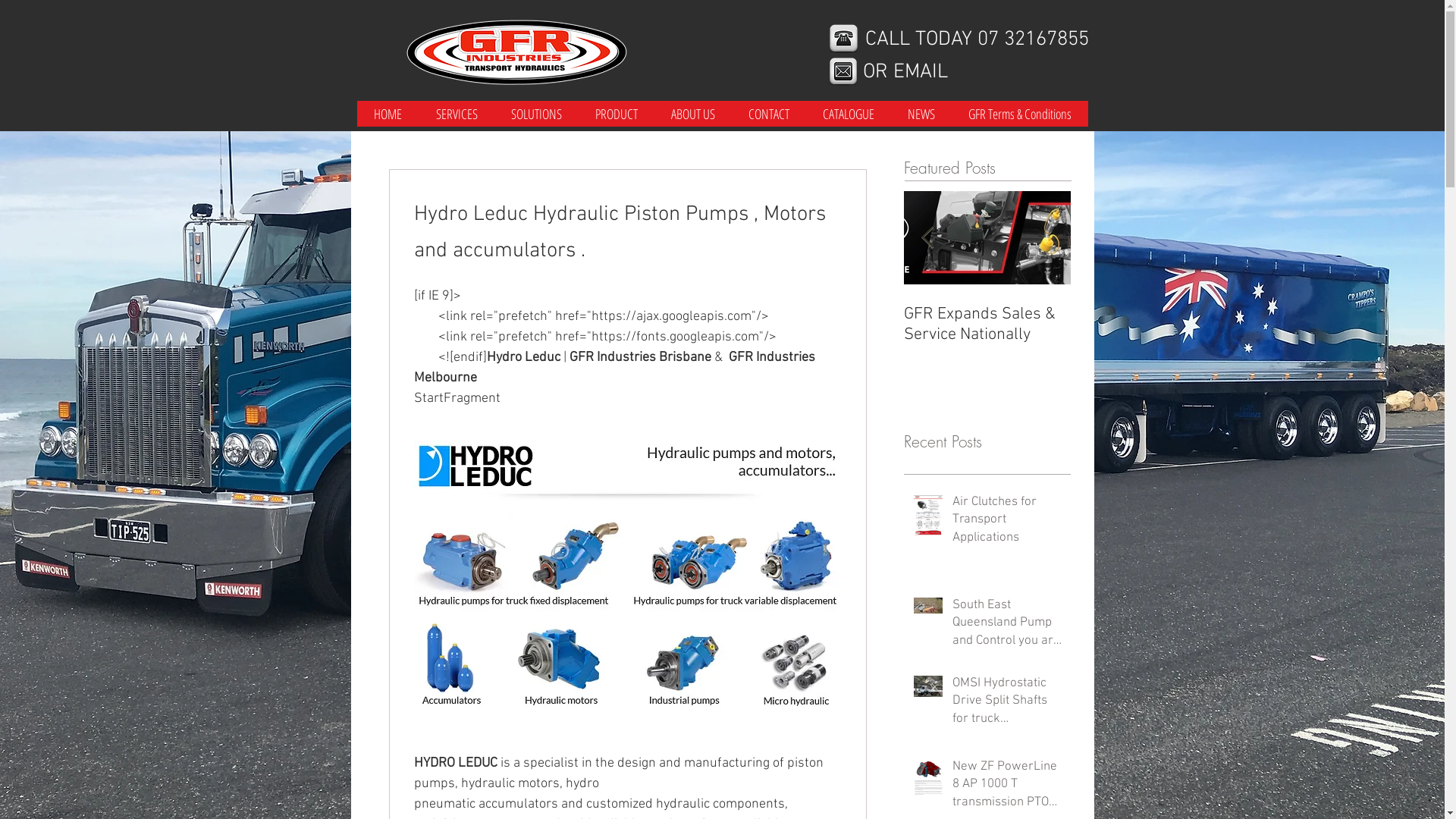 Image resolution: width=1456 pixels, height=819 pixels. What do you see at coordinates (615, 113) in the screenshot?
I see `'PRODUCT'` at bounding box center [615, 113].